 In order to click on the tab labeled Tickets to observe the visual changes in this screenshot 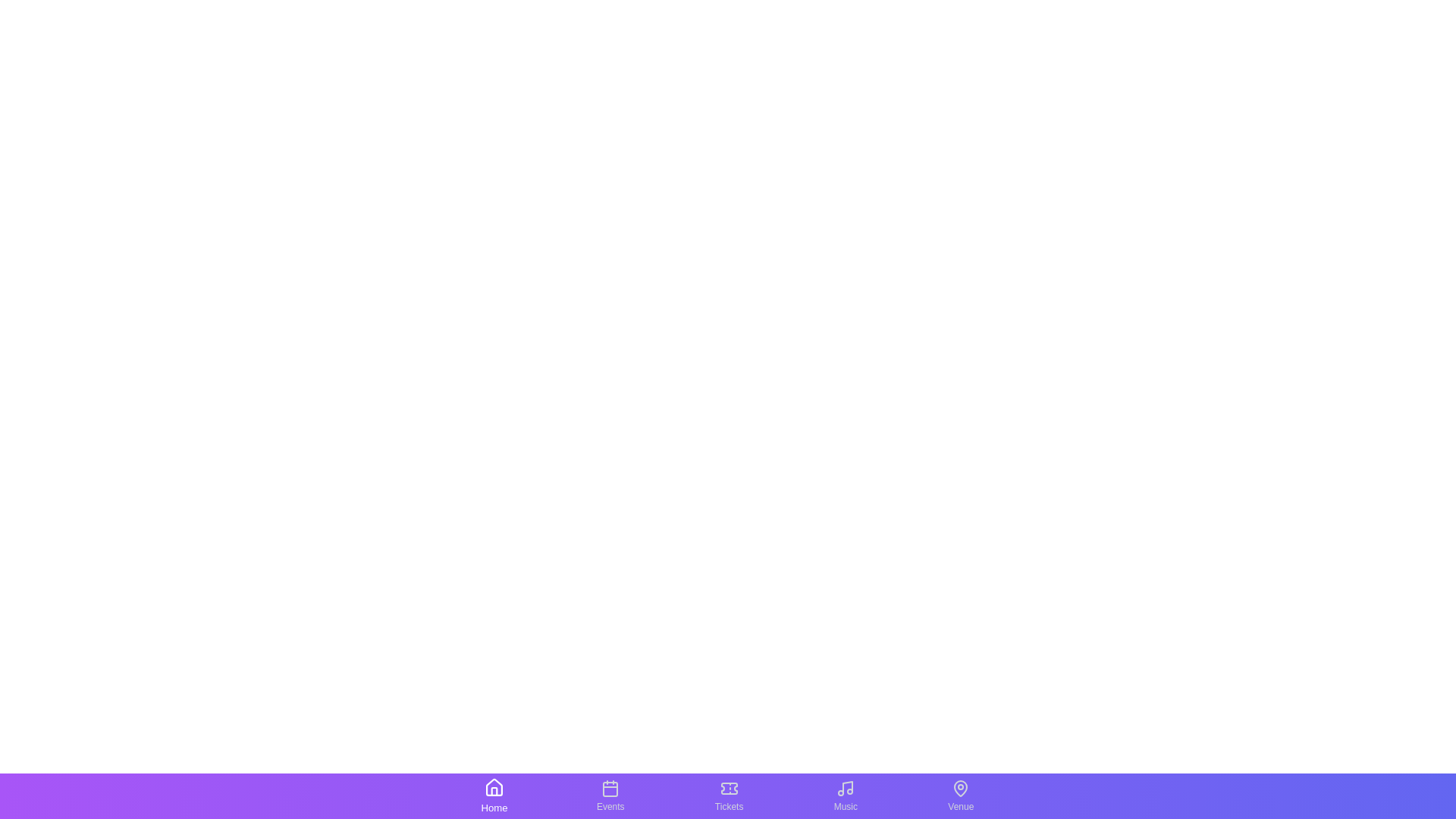, I will do `click(728, 795)`.